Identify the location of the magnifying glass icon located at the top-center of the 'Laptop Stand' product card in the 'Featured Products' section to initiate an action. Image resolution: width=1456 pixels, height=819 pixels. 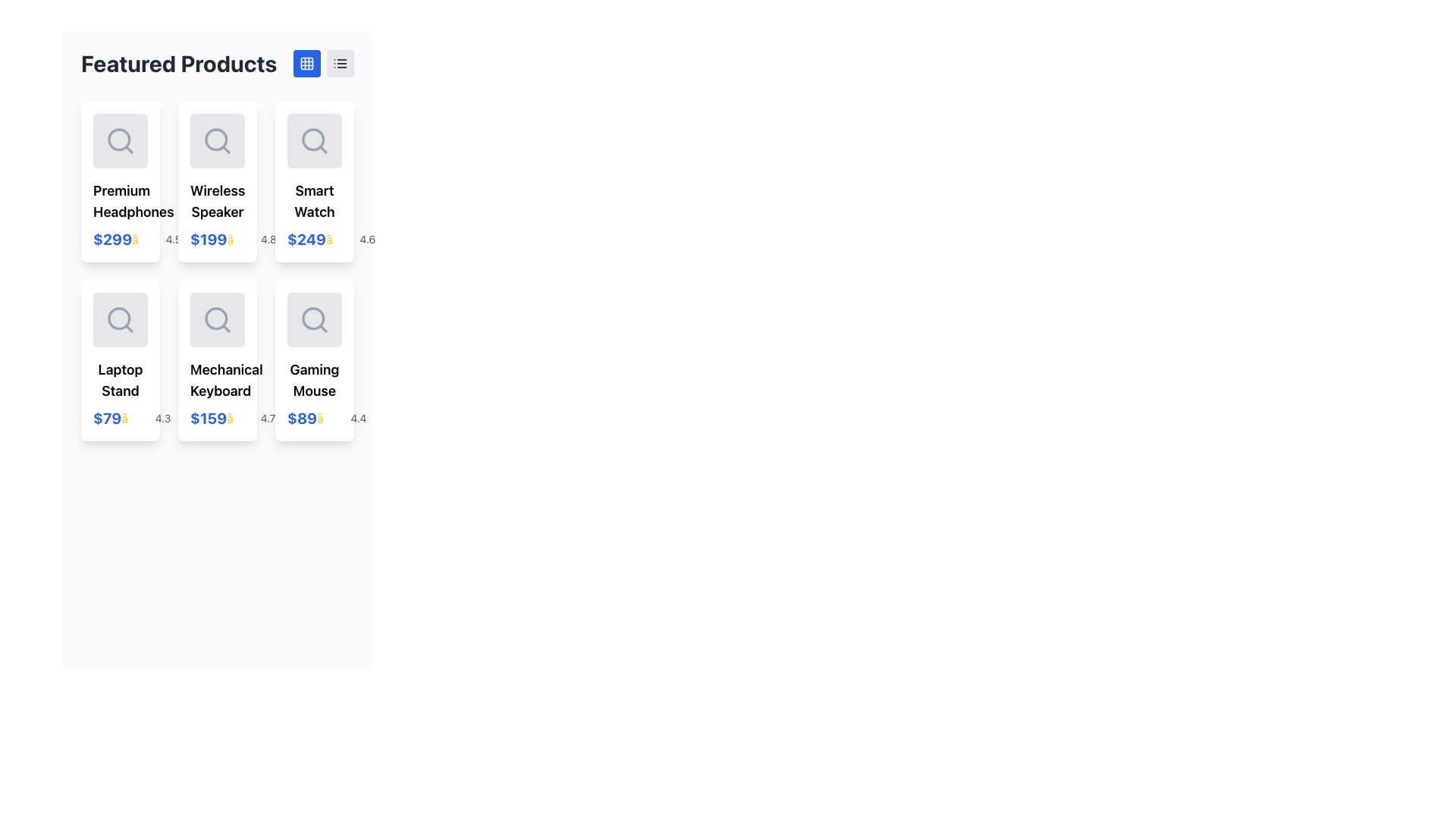
(119, 318).